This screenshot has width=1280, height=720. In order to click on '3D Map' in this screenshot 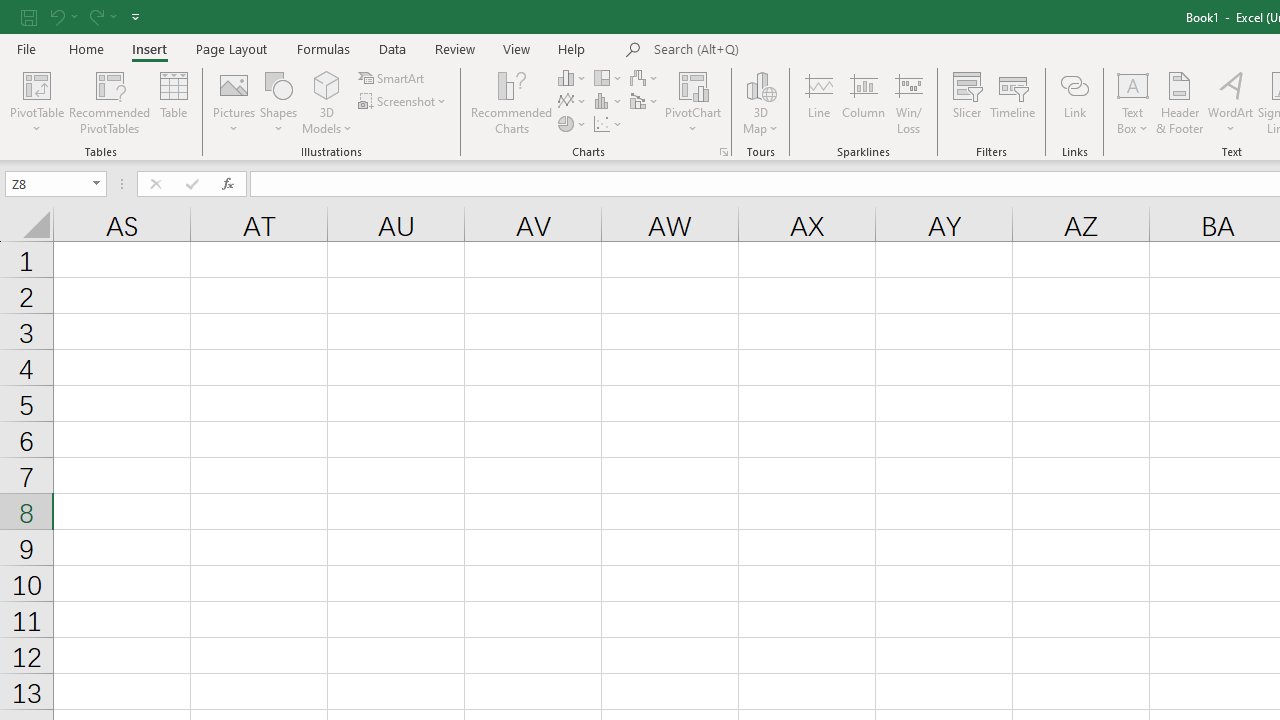, I will do `click(759, 103)`.